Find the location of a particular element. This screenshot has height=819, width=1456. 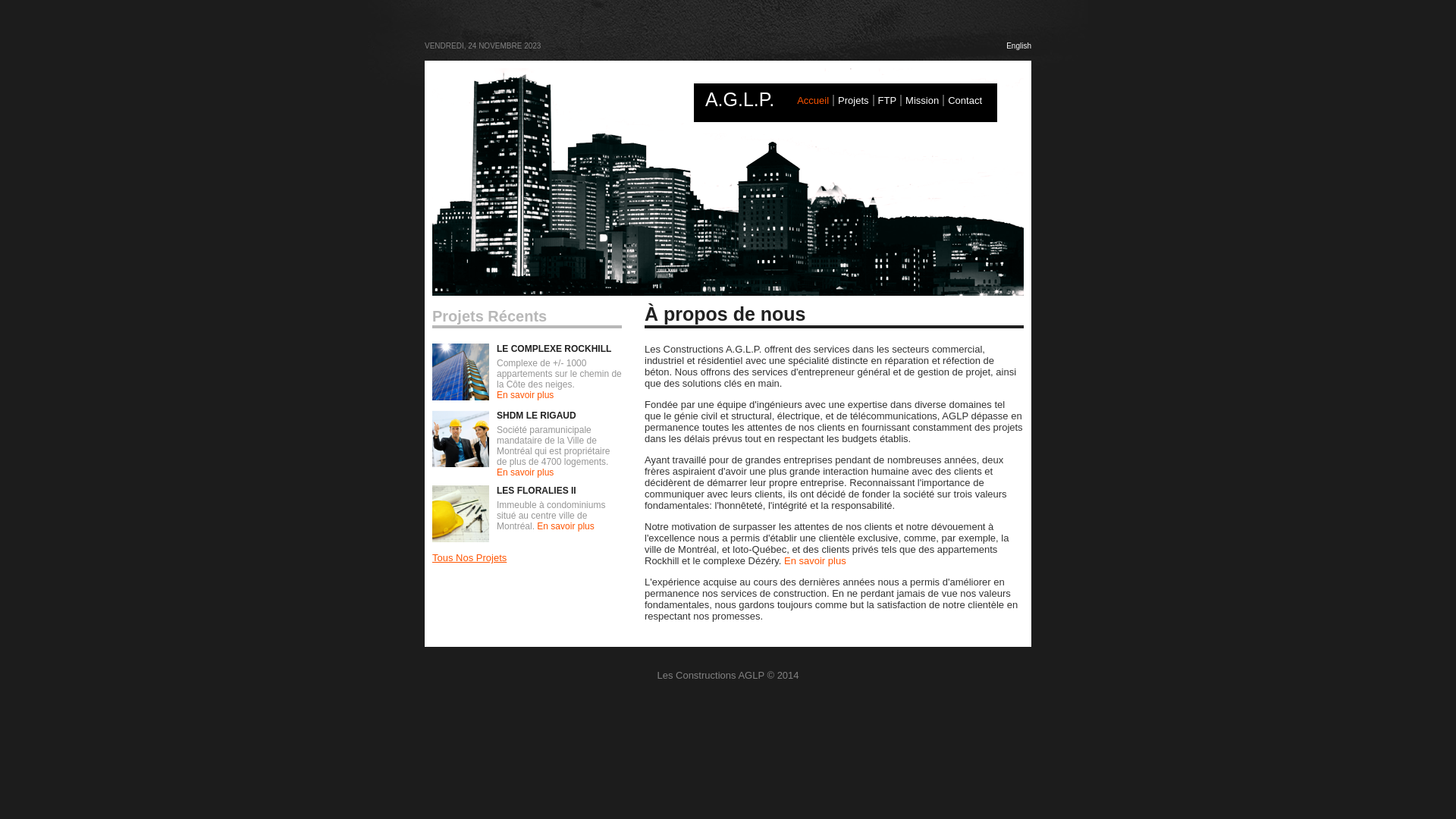

'English' is located at coordinates (1018, 45).